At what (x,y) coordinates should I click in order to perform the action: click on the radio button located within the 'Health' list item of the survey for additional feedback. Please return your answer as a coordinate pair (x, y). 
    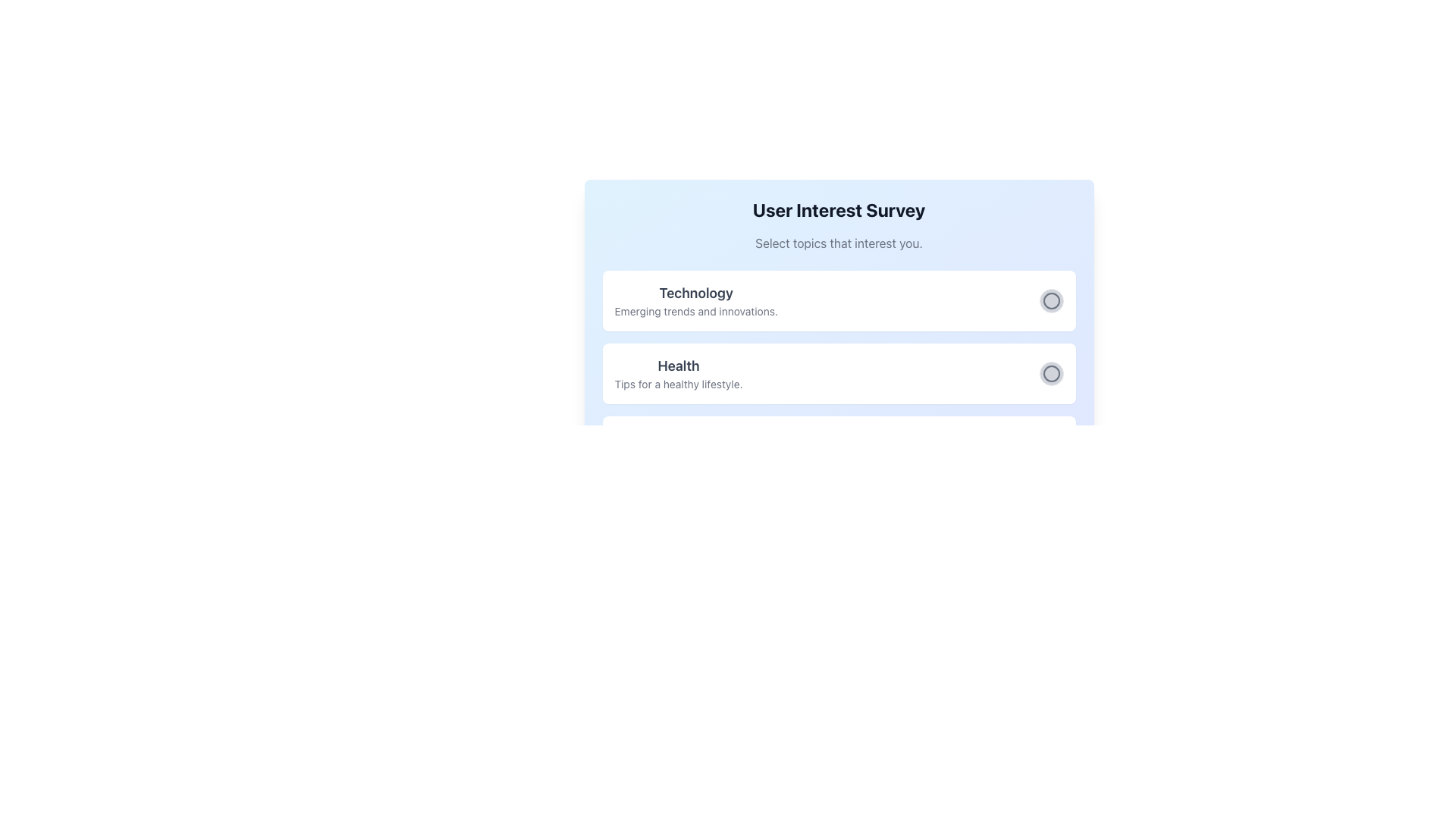
    Looking at the image, I should click on (1050, 374).